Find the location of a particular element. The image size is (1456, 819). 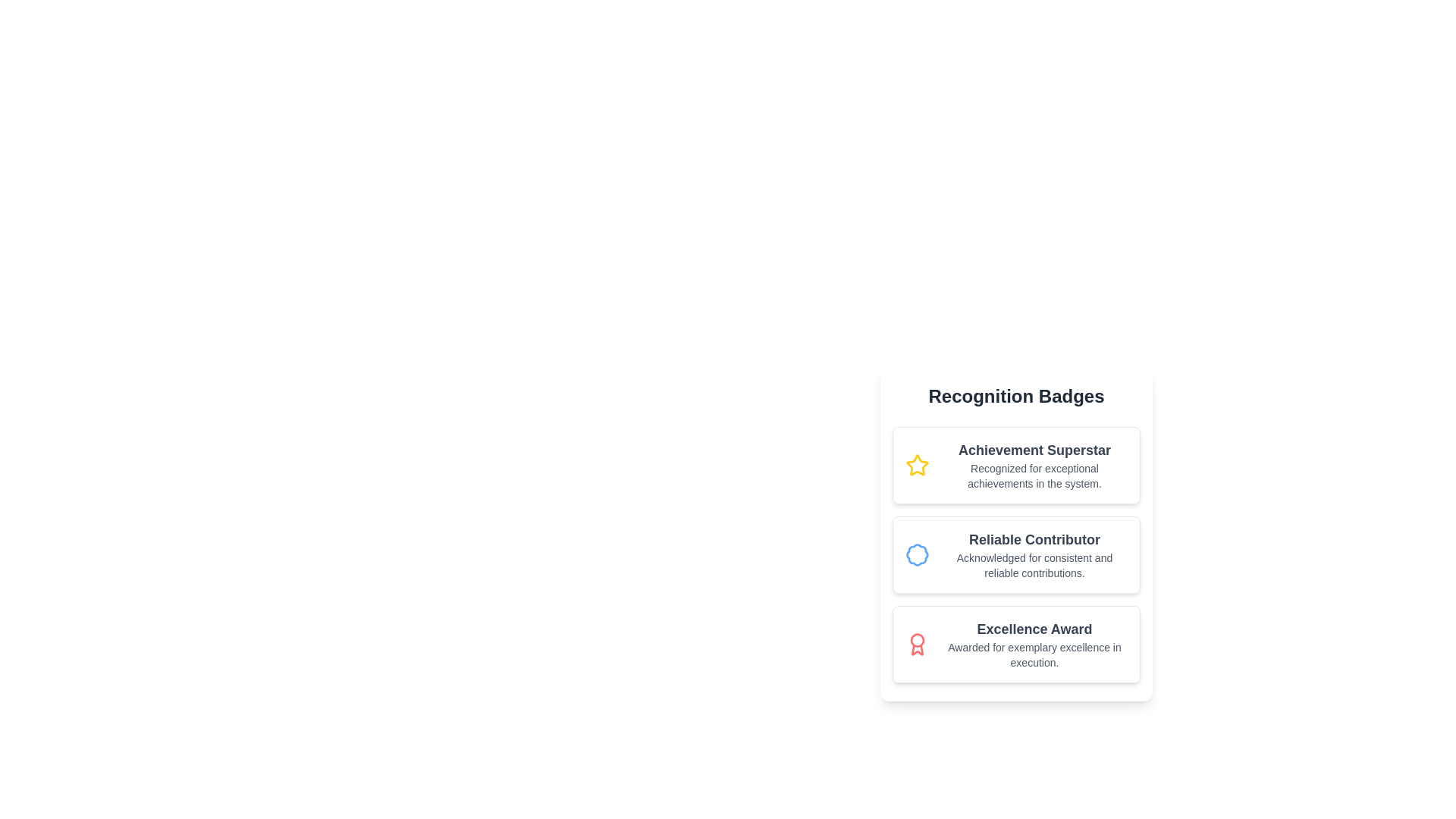

the 'Recognition Badges' text element, which is displayed in large bold font and serves as the title for the section above the badge descriptions is located at coordinates (1016, 396).